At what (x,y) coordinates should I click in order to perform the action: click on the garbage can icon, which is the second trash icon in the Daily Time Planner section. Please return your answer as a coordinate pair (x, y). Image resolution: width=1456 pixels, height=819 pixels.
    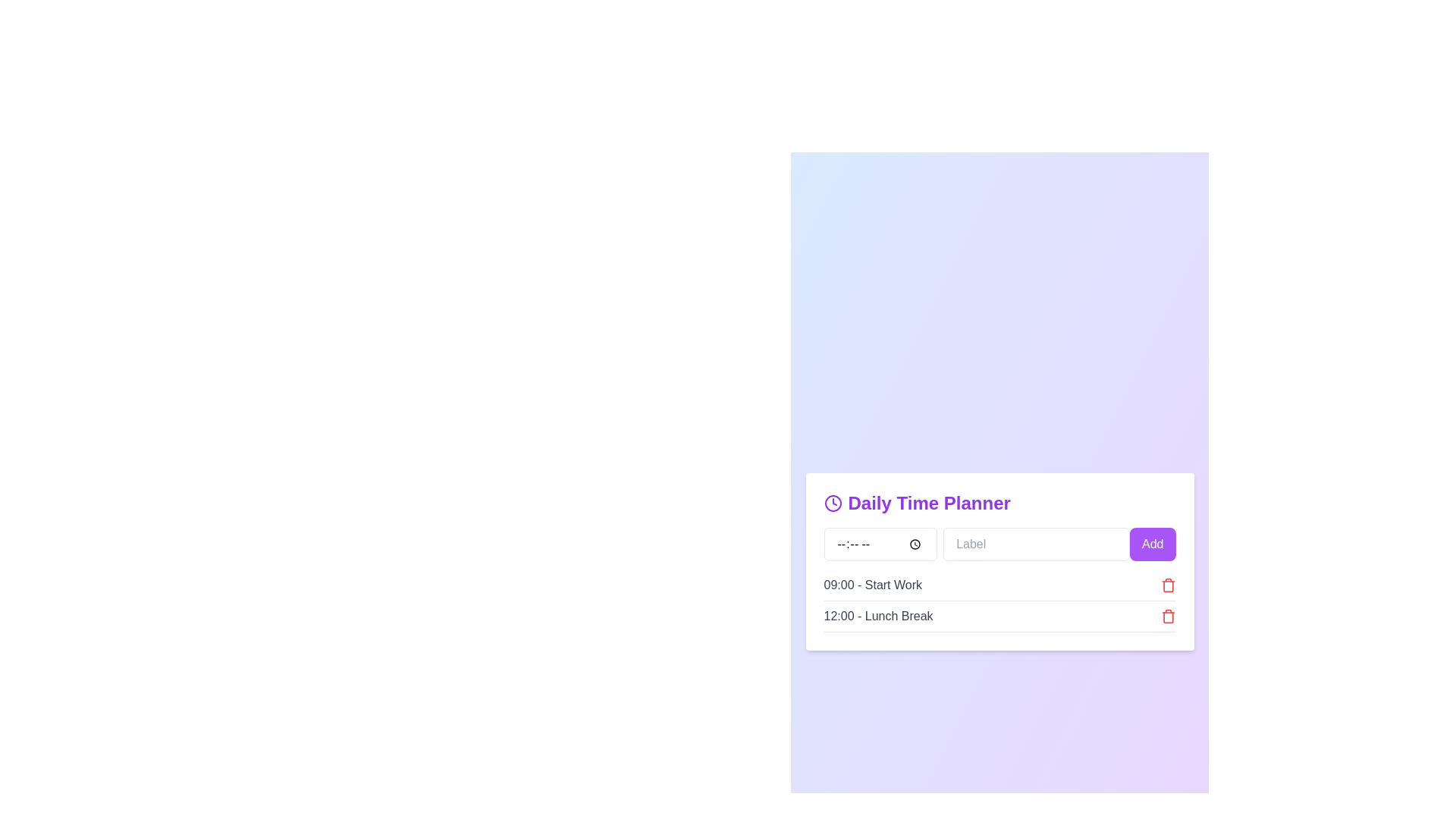
    Looking at the image, I should click on (1167, 585).